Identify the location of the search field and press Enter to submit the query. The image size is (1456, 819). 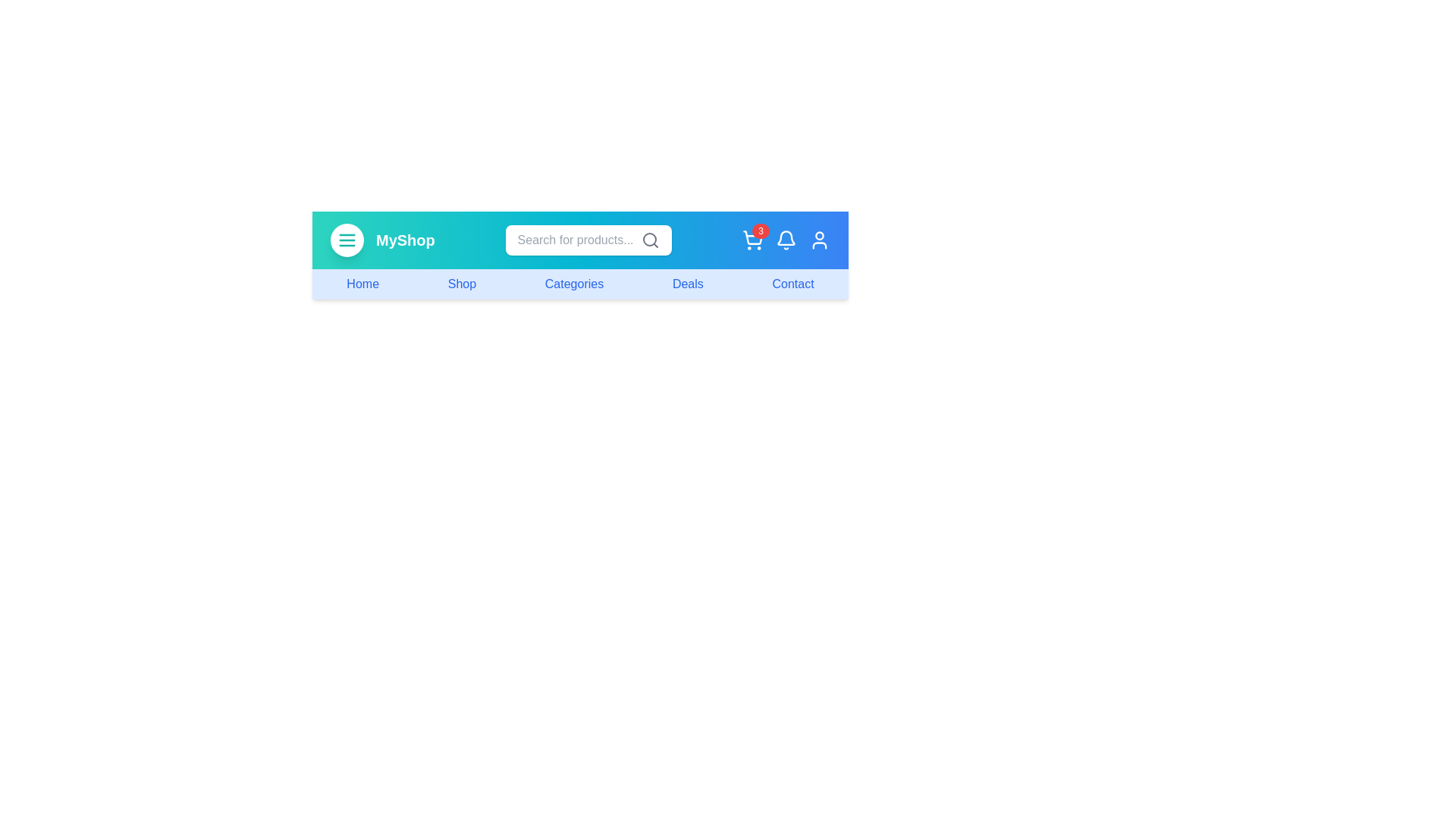
(588, 239).